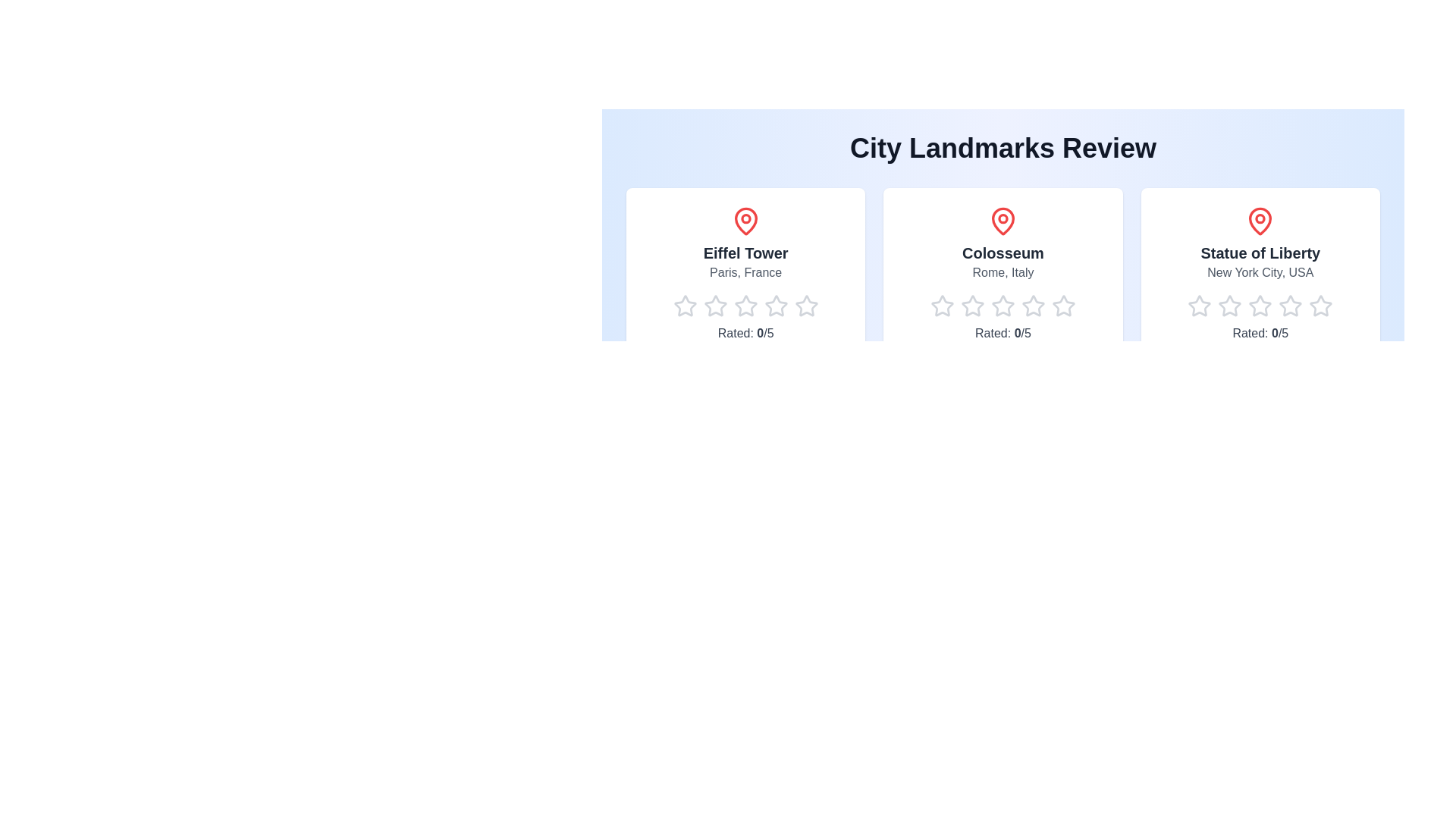 Image resolution: width=1456 pixels, height=819 pixels. Describe the element at coordinates (1308, 306) in the screenshot. I see `the star corresponding to 5 for the landmark Statue of Liberty` at that location.